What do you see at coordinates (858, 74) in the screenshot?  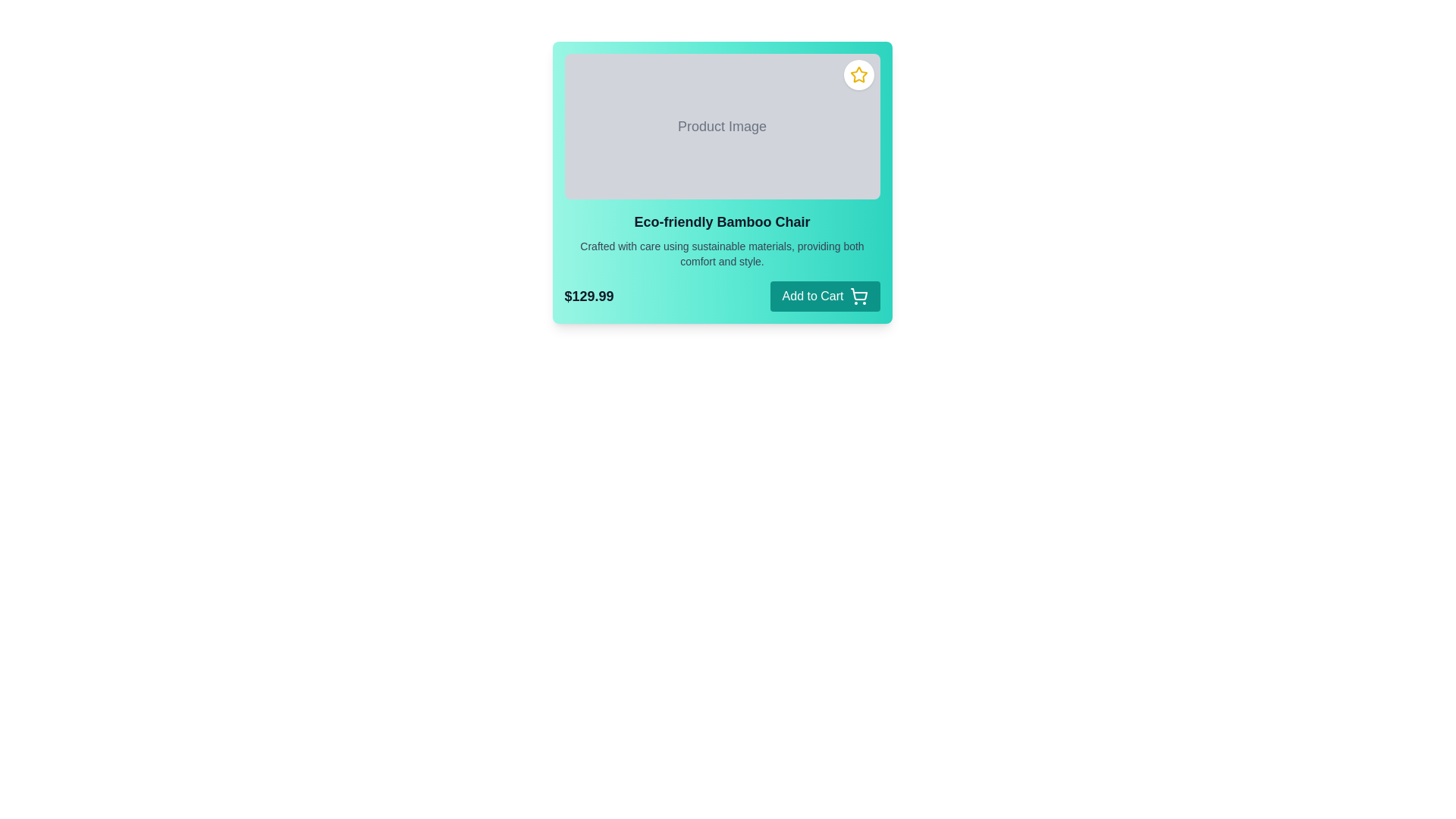 I see `the star icon located at the top-right area of the product card interface` at bounding box center [858, 74].